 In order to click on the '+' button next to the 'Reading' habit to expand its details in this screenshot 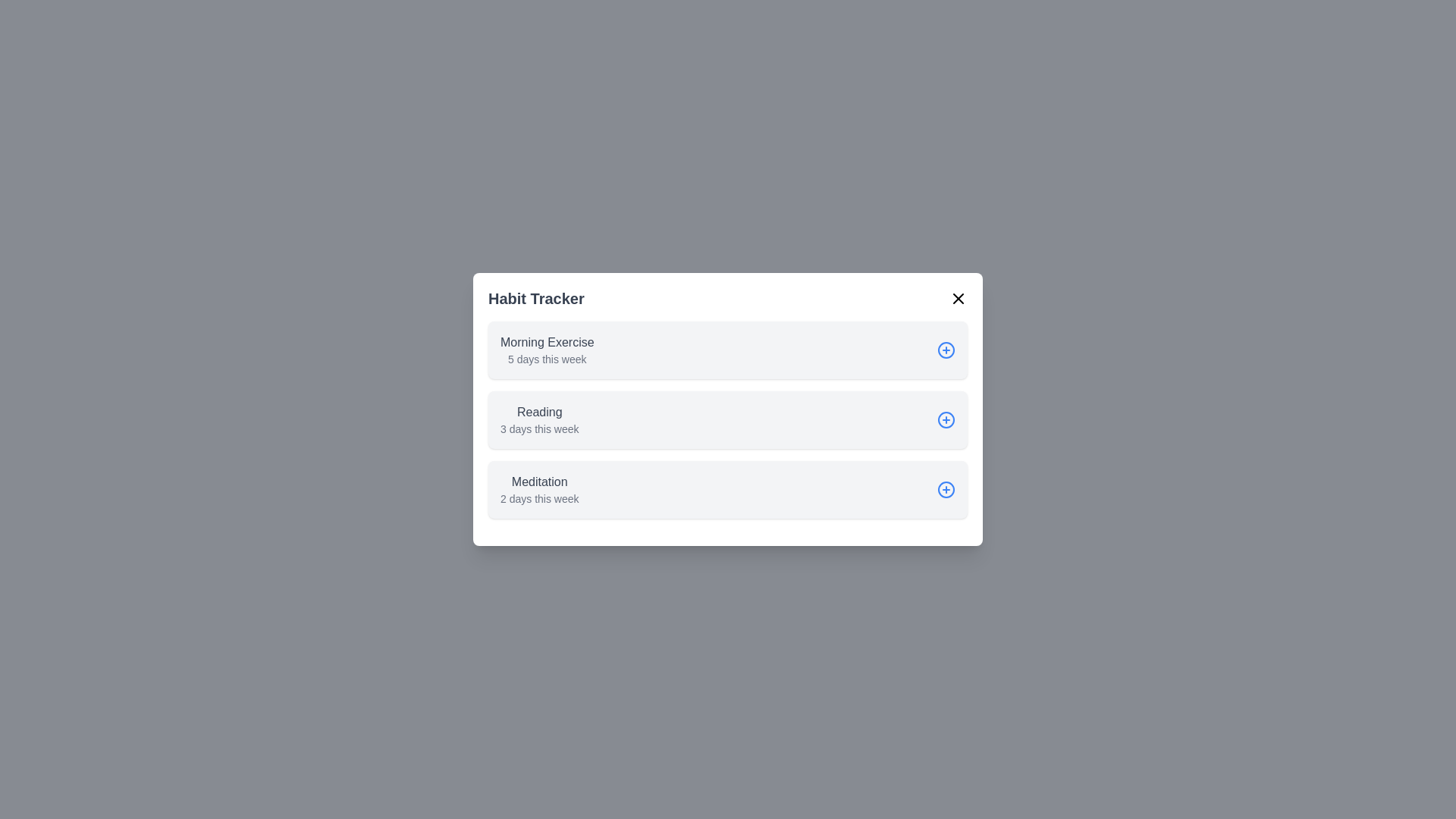, I will do `click(946, 420)`.